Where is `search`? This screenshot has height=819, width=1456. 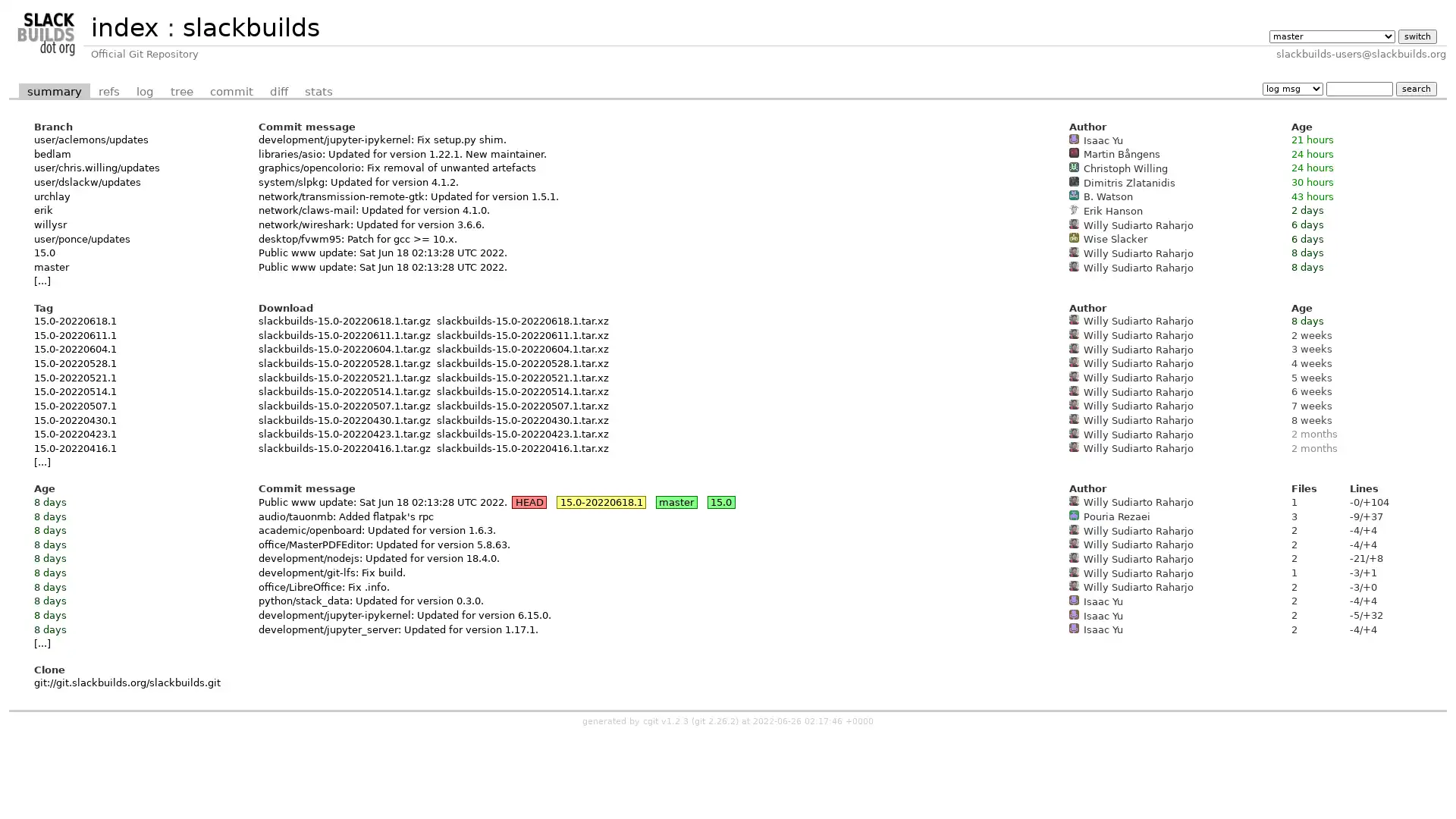
search is located at coordinates (1415, 88).